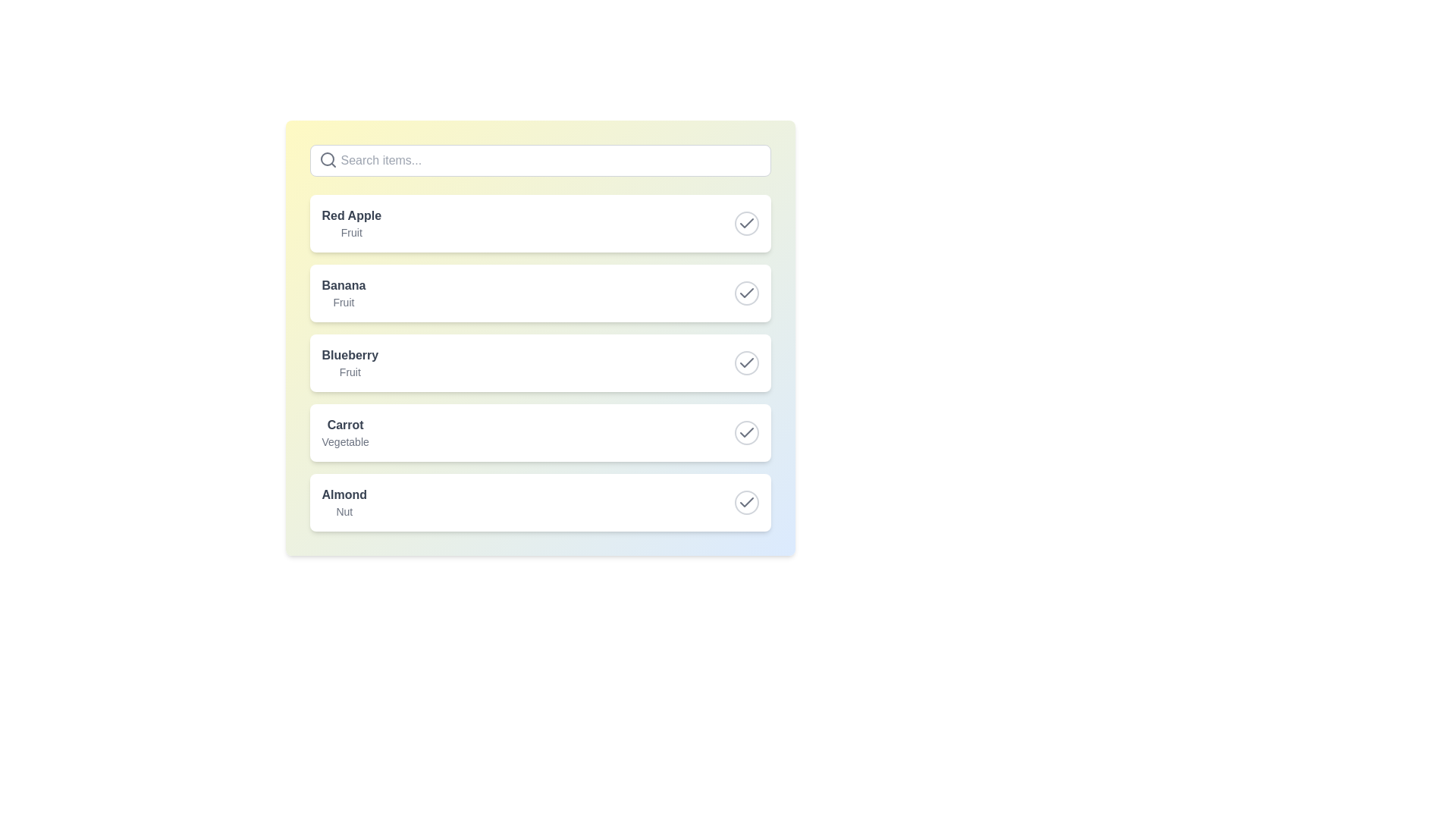 This screenshot has height=819, width=1456. Describe the element at coordinates (343, 293) in the screenshot. I see `the text label indicating 'Banana' as the name and 'Fruit' as the category, which is located in the second row of the vertically stacked list` at that location.